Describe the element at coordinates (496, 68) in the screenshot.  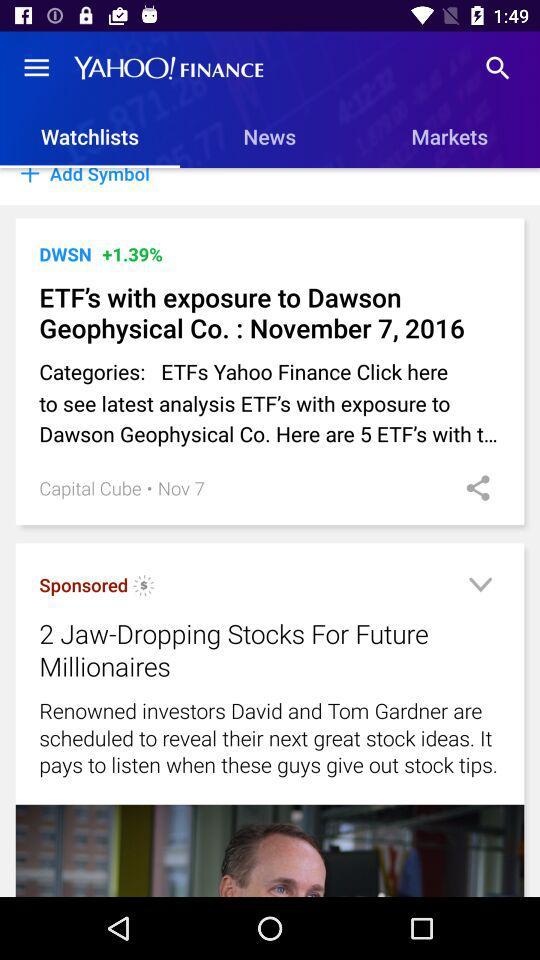
I see `the item above markets item` at that location.